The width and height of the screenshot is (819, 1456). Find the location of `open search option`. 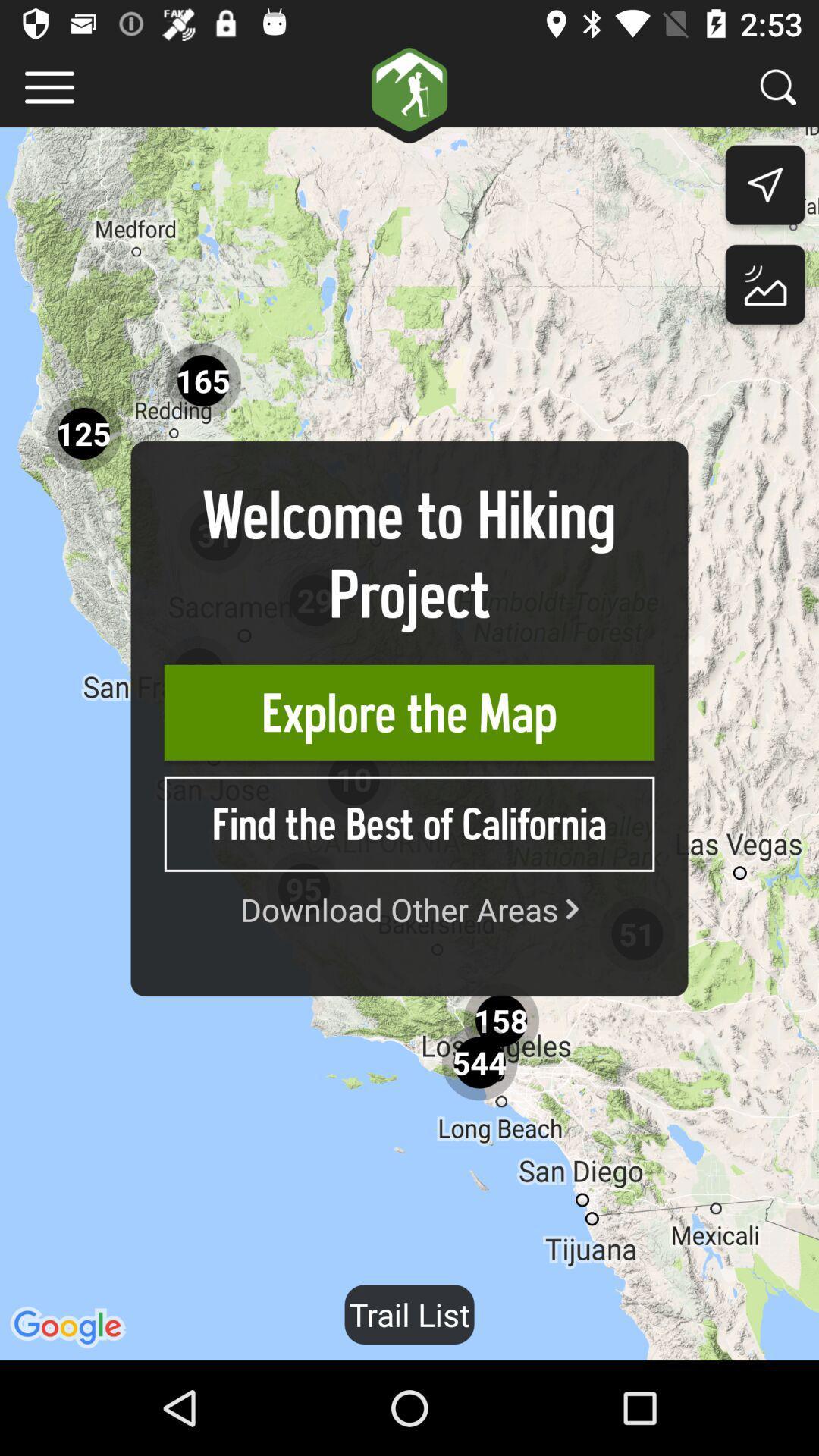

open search option is located at coordinates (778, 86).